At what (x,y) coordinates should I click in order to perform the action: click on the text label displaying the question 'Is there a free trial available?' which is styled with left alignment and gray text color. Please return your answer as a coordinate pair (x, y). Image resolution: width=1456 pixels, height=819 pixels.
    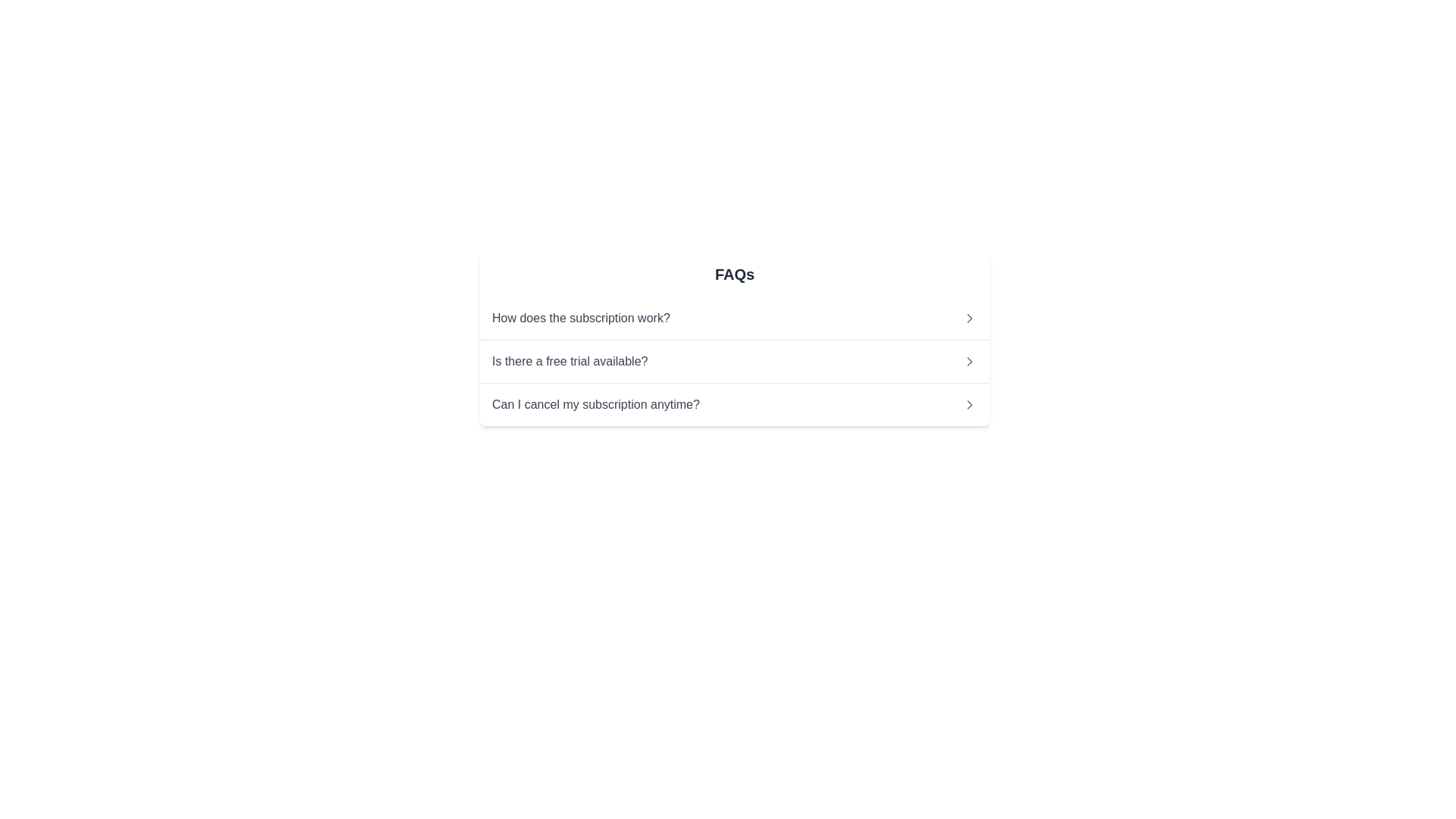
    Looking at the image, I should click on (569, 362).